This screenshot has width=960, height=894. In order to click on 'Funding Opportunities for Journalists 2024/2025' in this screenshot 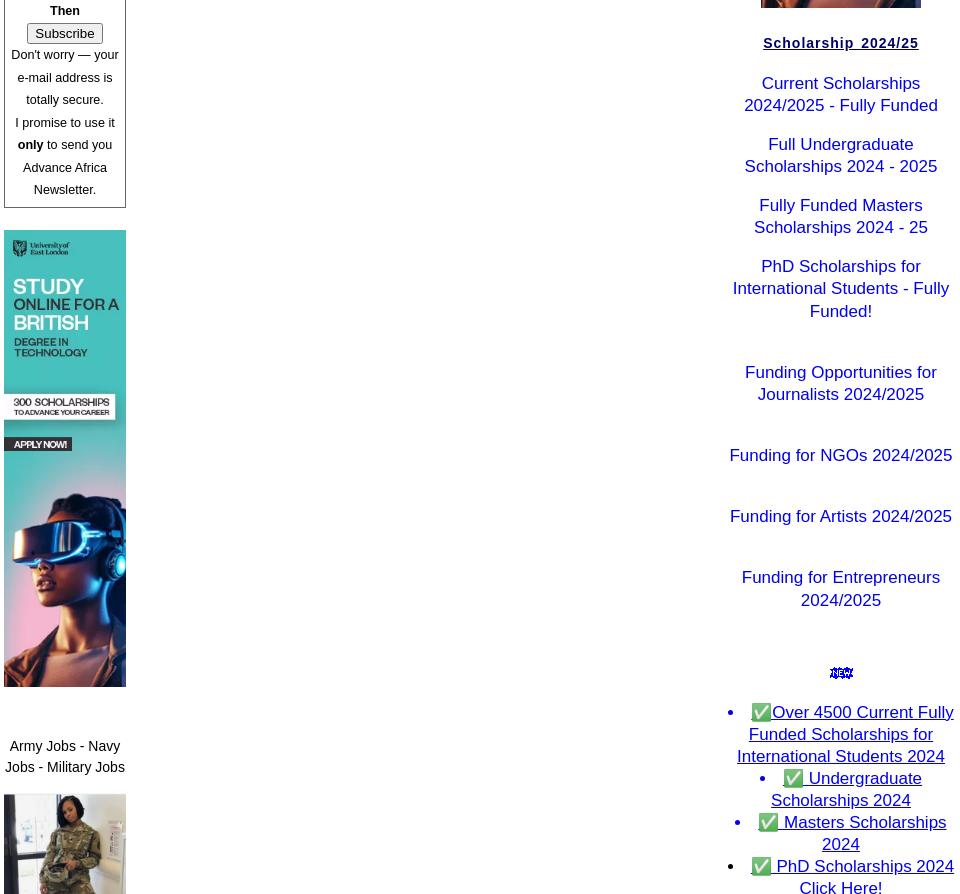, I will do `click(840, 381)`.